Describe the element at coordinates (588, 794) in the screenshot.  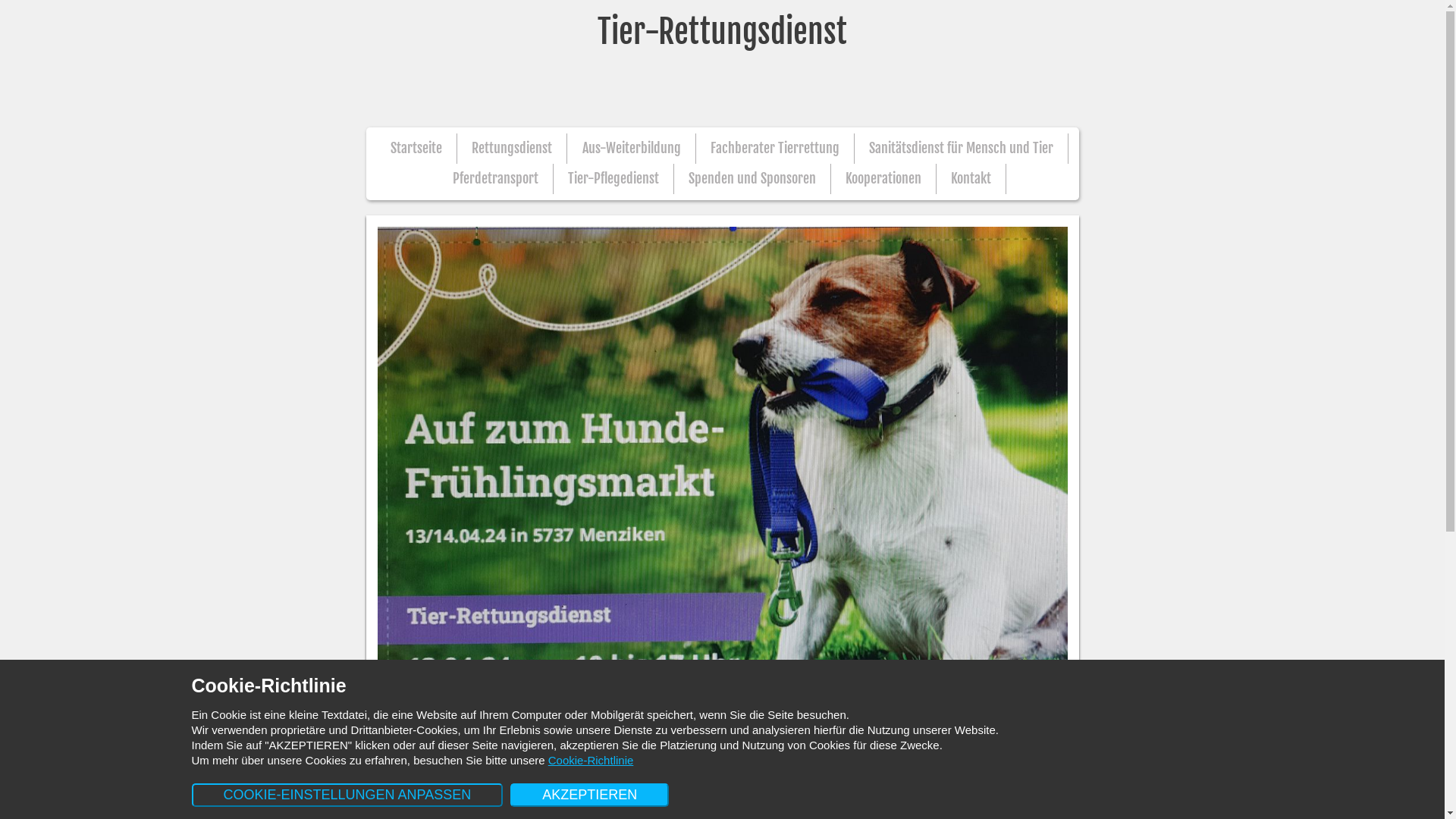
I see `'AKZEPTIEREN'` at that location.